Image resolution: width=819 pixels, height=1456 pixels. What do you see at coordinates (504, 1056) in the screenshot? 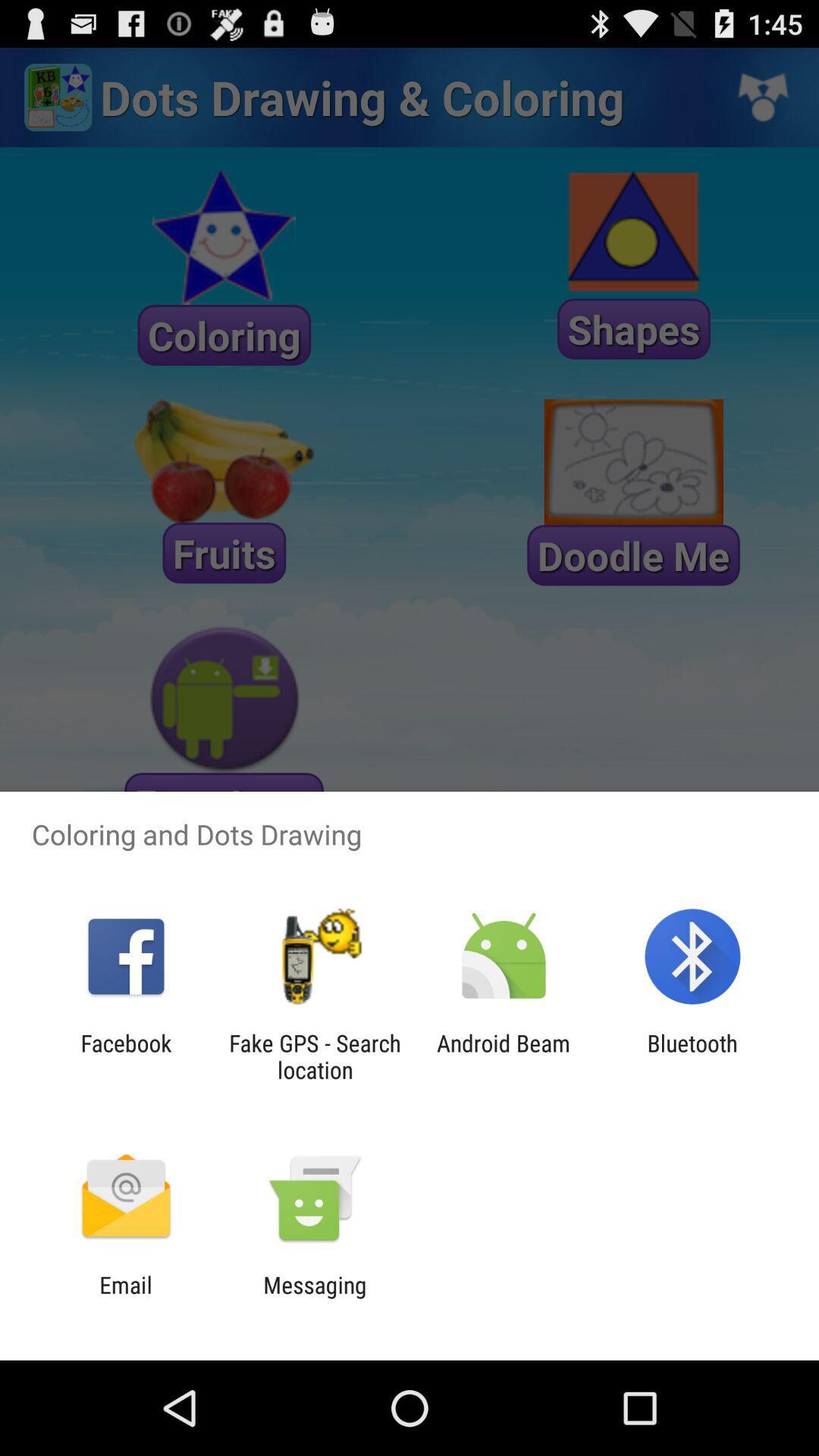
I see `android beam app` at bounding box center [504, 1056].